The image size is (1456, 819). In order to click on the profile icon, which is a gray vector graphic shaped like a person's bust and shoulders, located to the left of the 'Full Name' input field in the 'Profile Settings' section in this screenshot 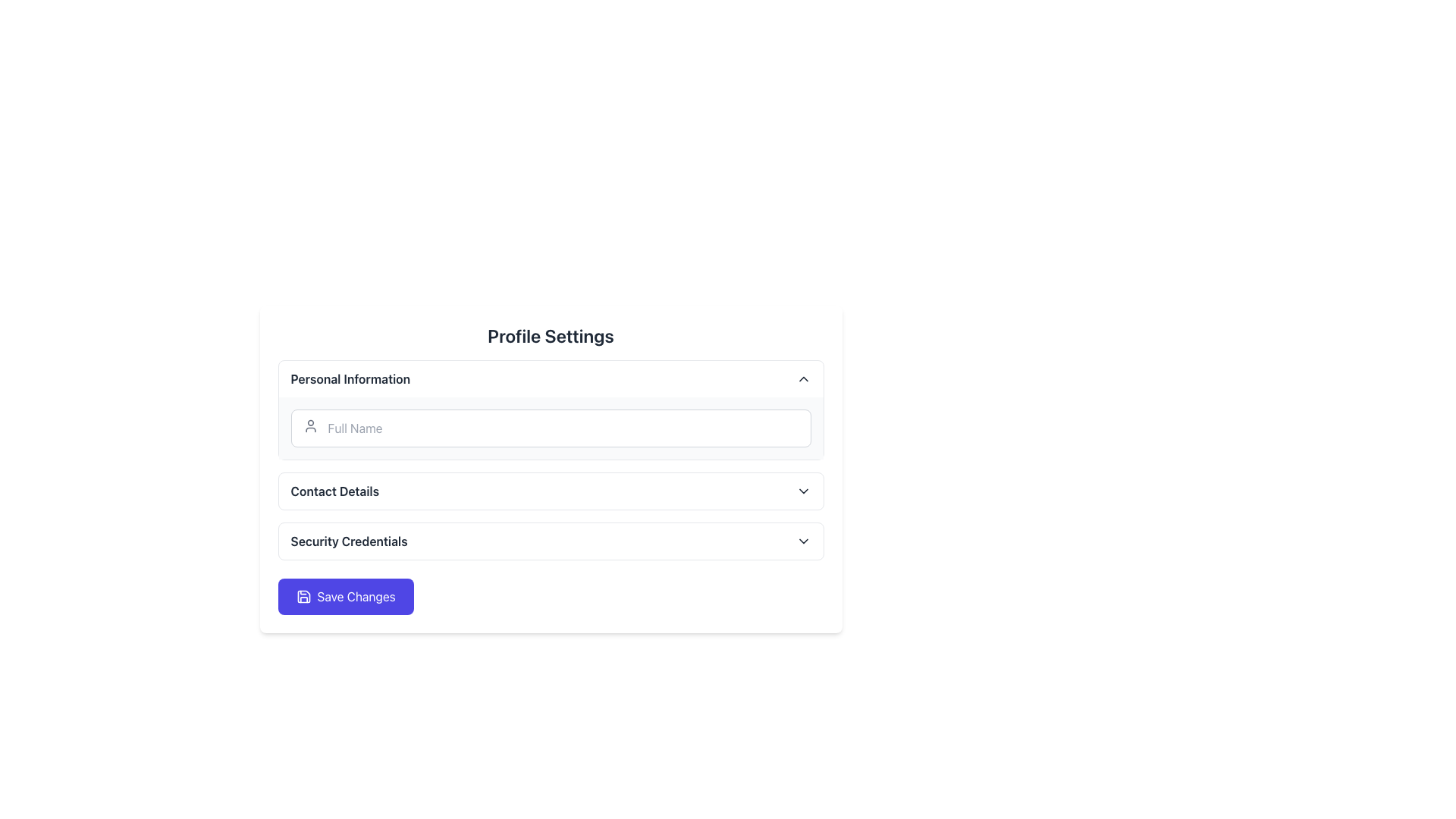, I will do `click(309, 426)`.